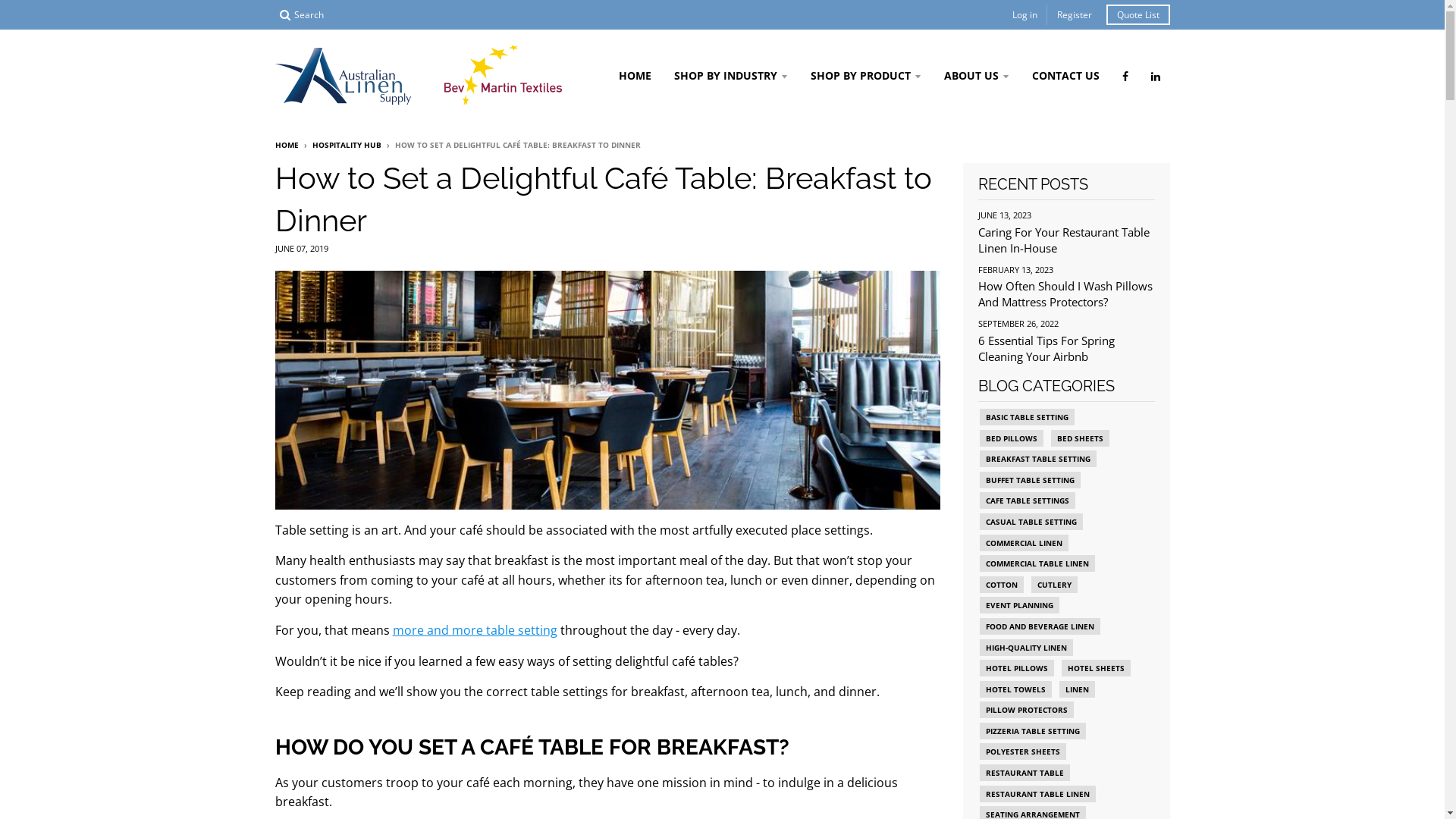 Image resolution: width=1456 pixels, height=819 pixels. What do you see at coordinates (731, 76) in the screenshot?
I see `'SHOP BY INDUSTRY'` at bounding box center [731, 76].